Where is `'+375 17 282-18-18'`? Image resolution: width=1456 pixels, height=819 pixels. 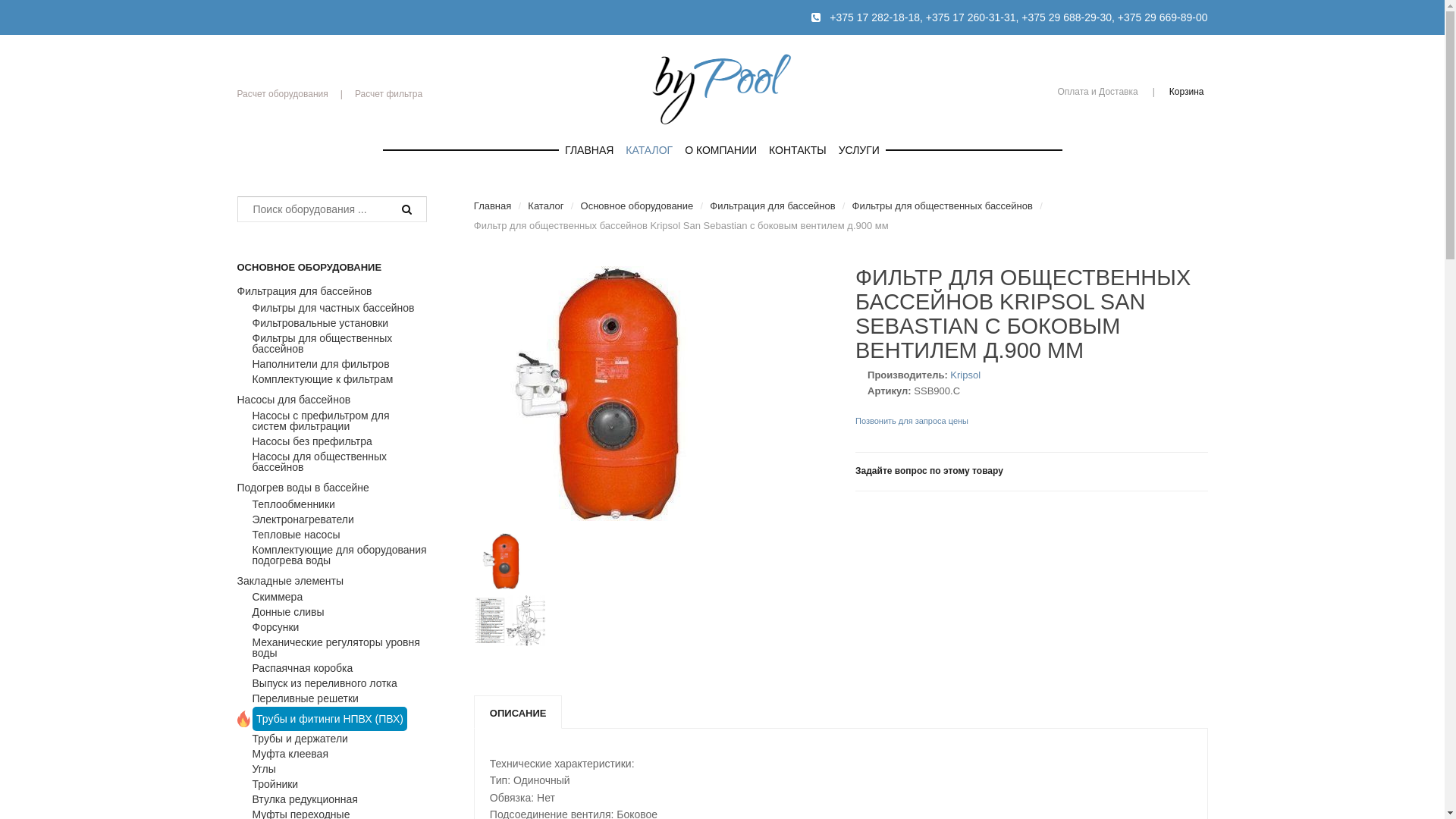 '+375 17 282-18-18' is located at coordinates (874, 17).